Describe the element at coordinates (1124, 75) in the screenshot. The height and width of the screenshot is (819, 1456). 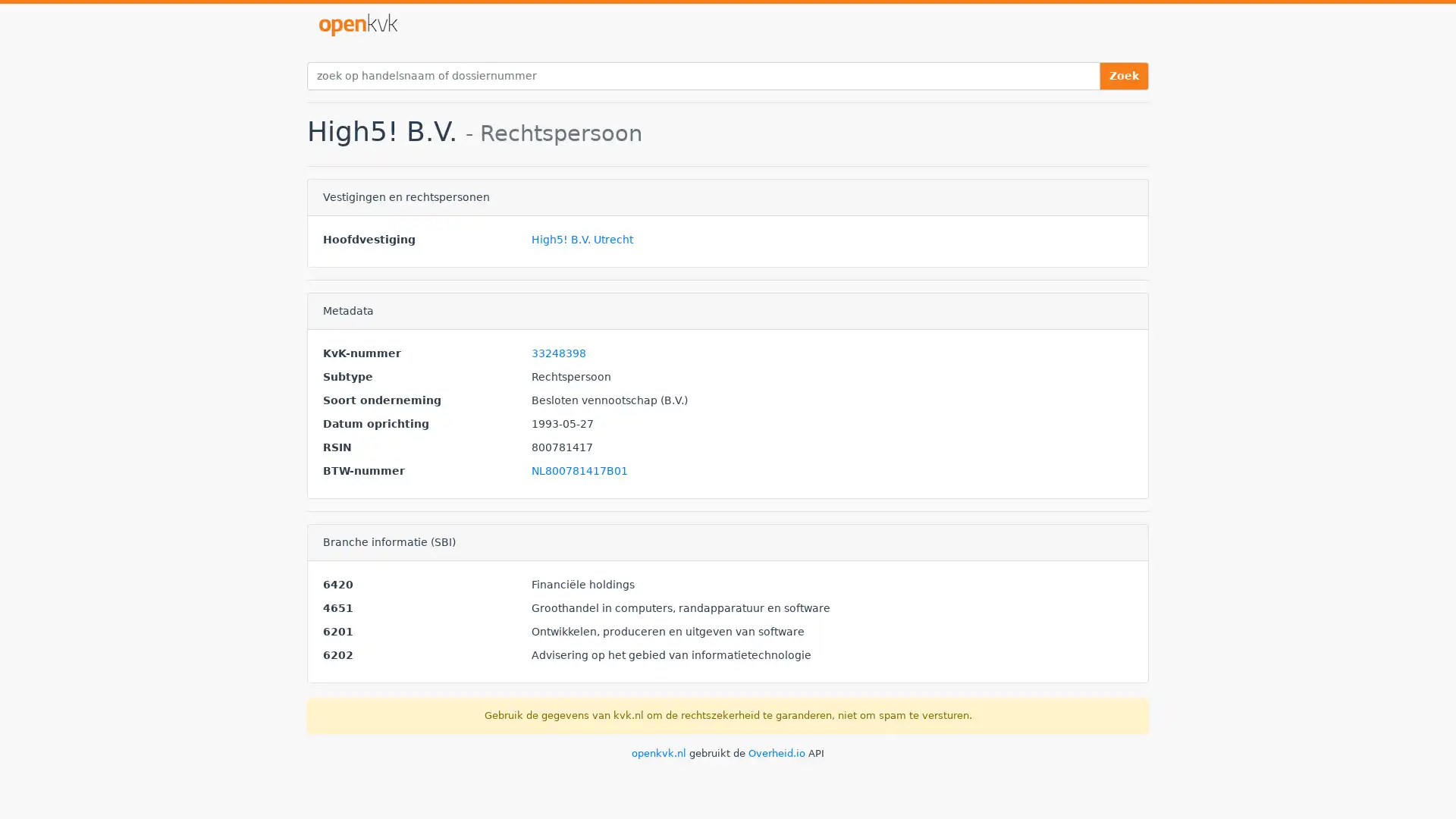
I see `Zoek` at that location.